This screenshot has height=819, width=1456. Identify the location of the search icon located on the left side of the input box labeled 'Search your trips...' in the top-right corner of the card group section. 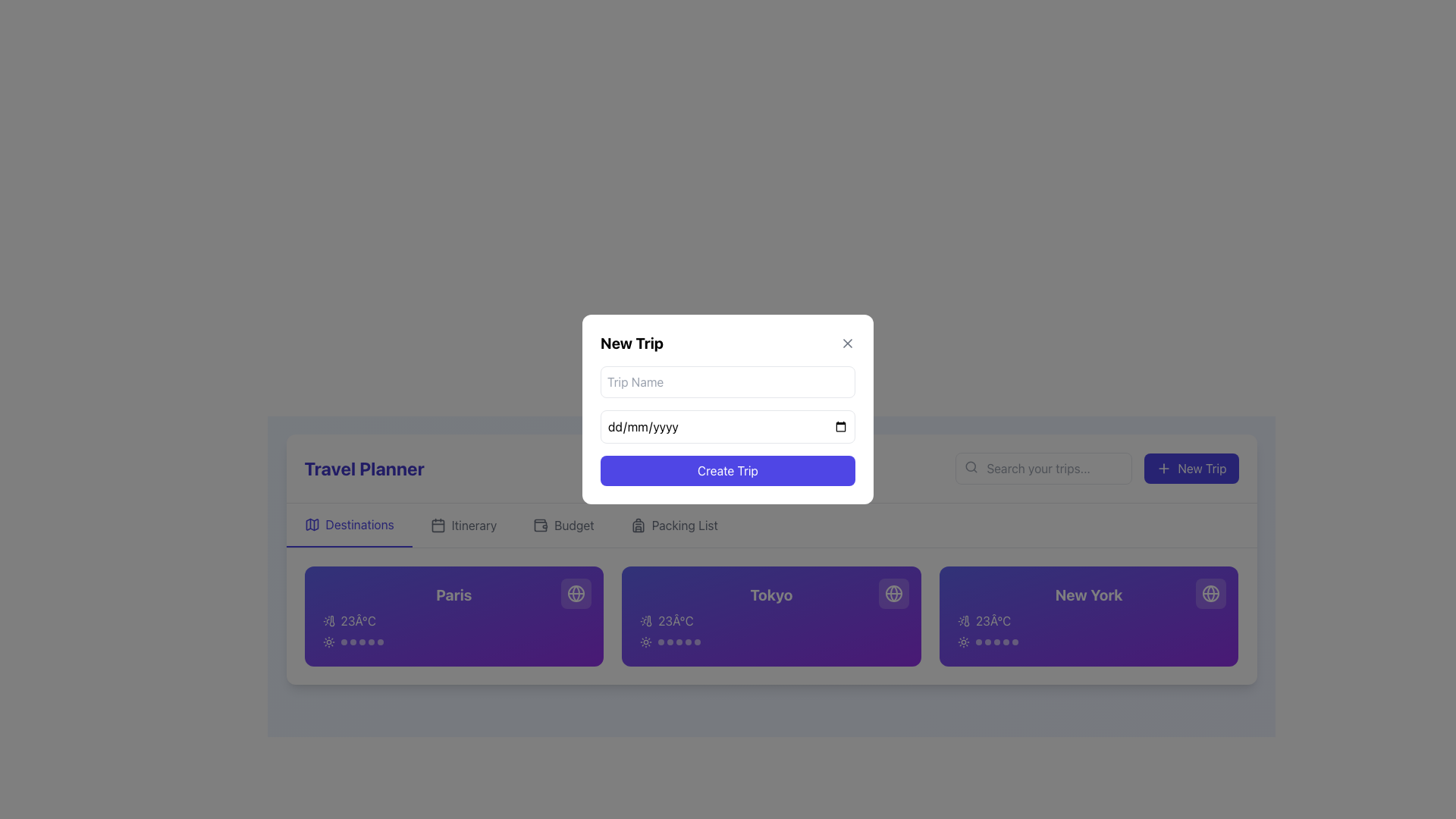
(971, 466).